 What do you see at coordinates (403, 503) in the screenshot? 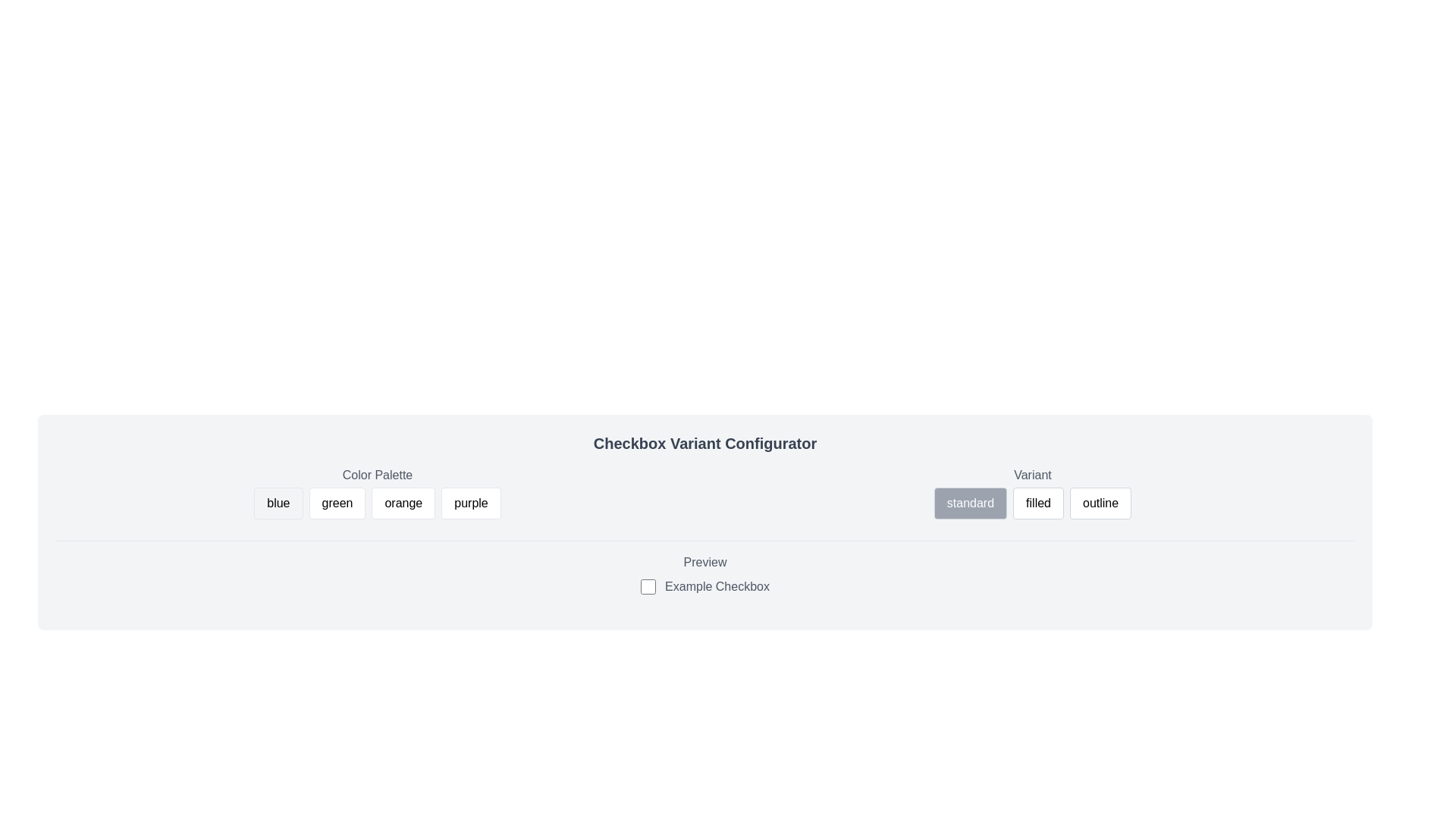
I see `the button labeled 'orange' with a white background and grey border` at bounding box center [403, 503].